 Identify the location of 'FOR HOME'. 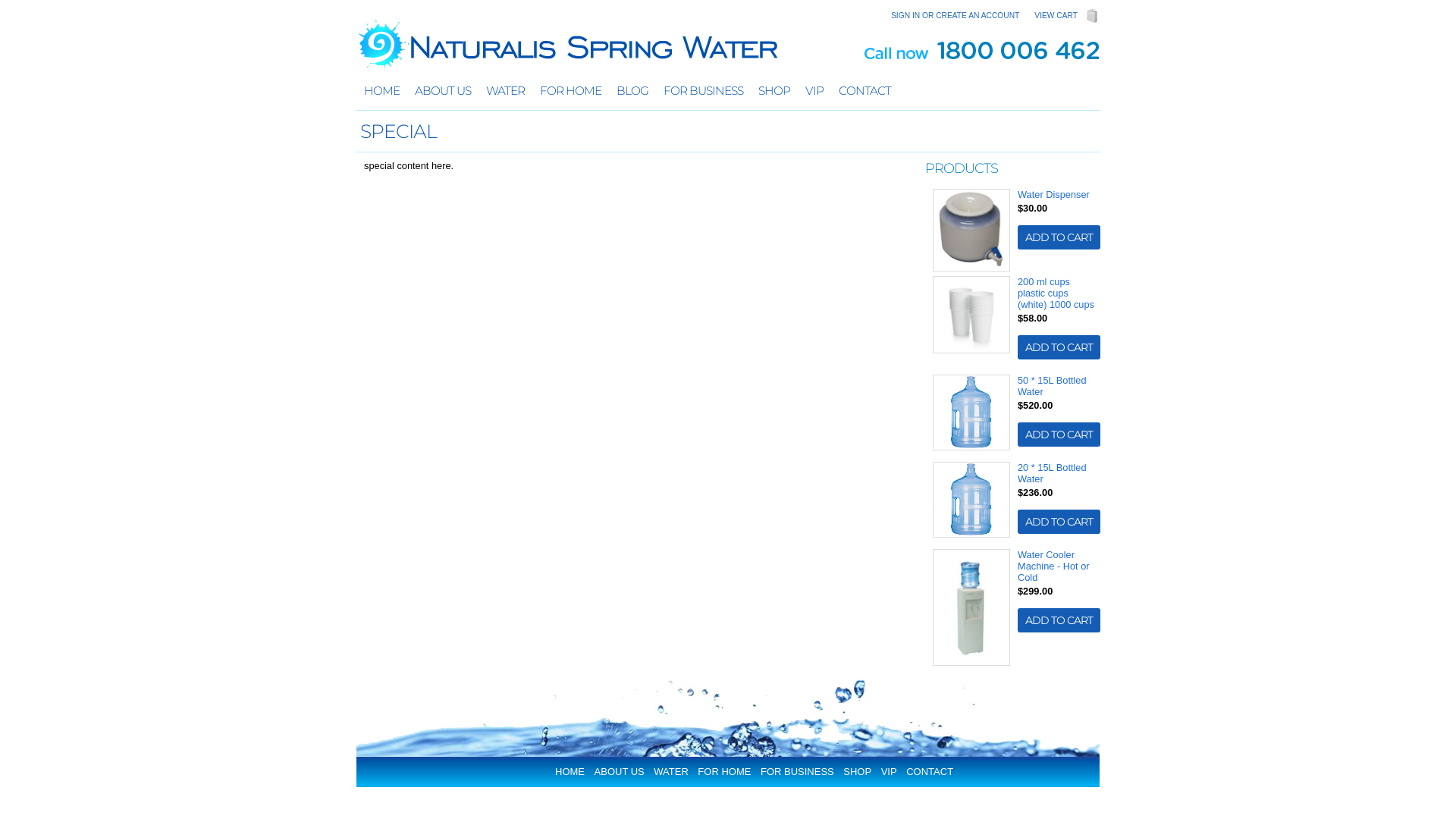
(570, 90).